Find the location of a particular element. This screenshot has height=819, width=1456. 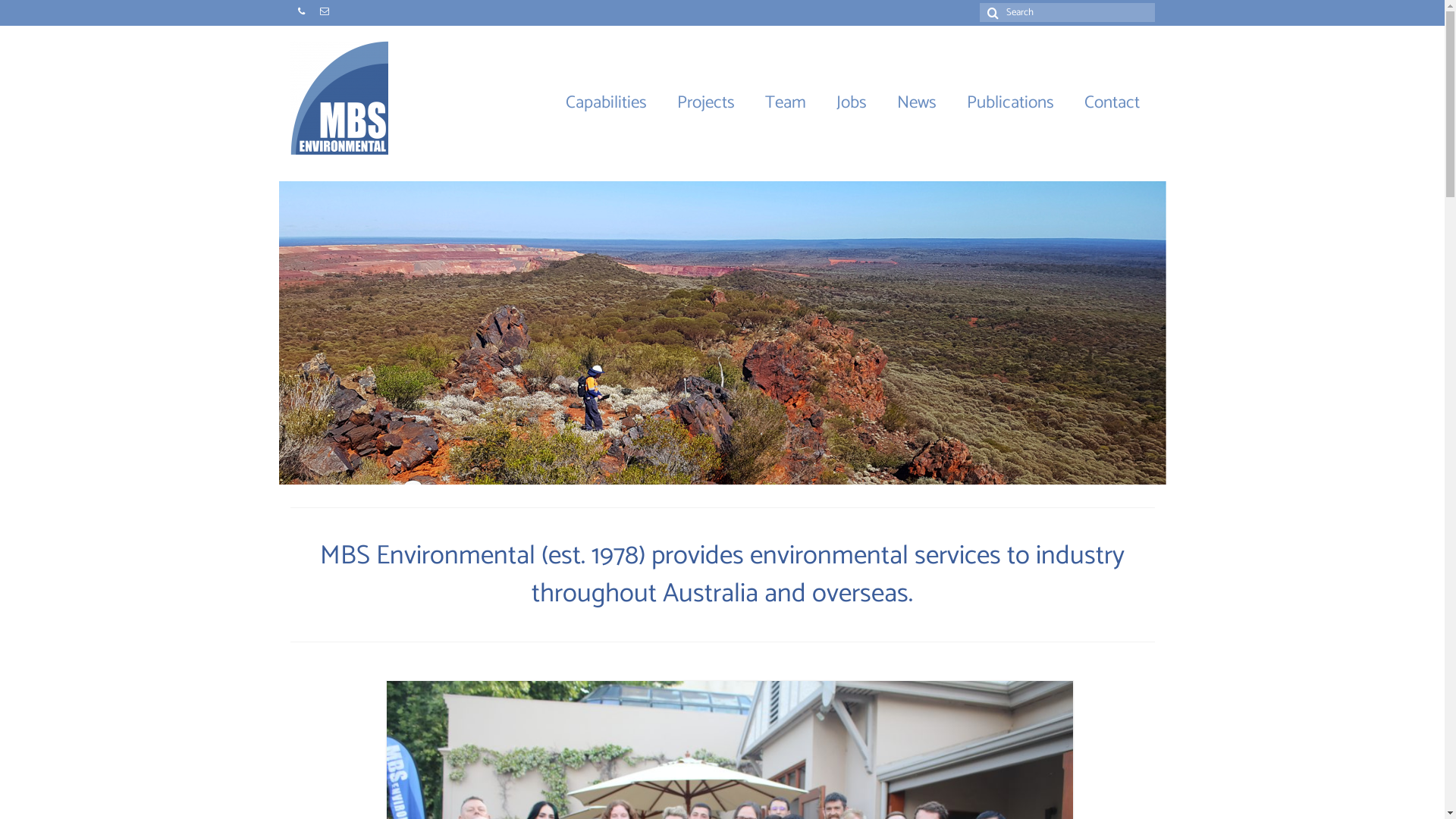

'Publications' is located at coordinates (1009, 102).